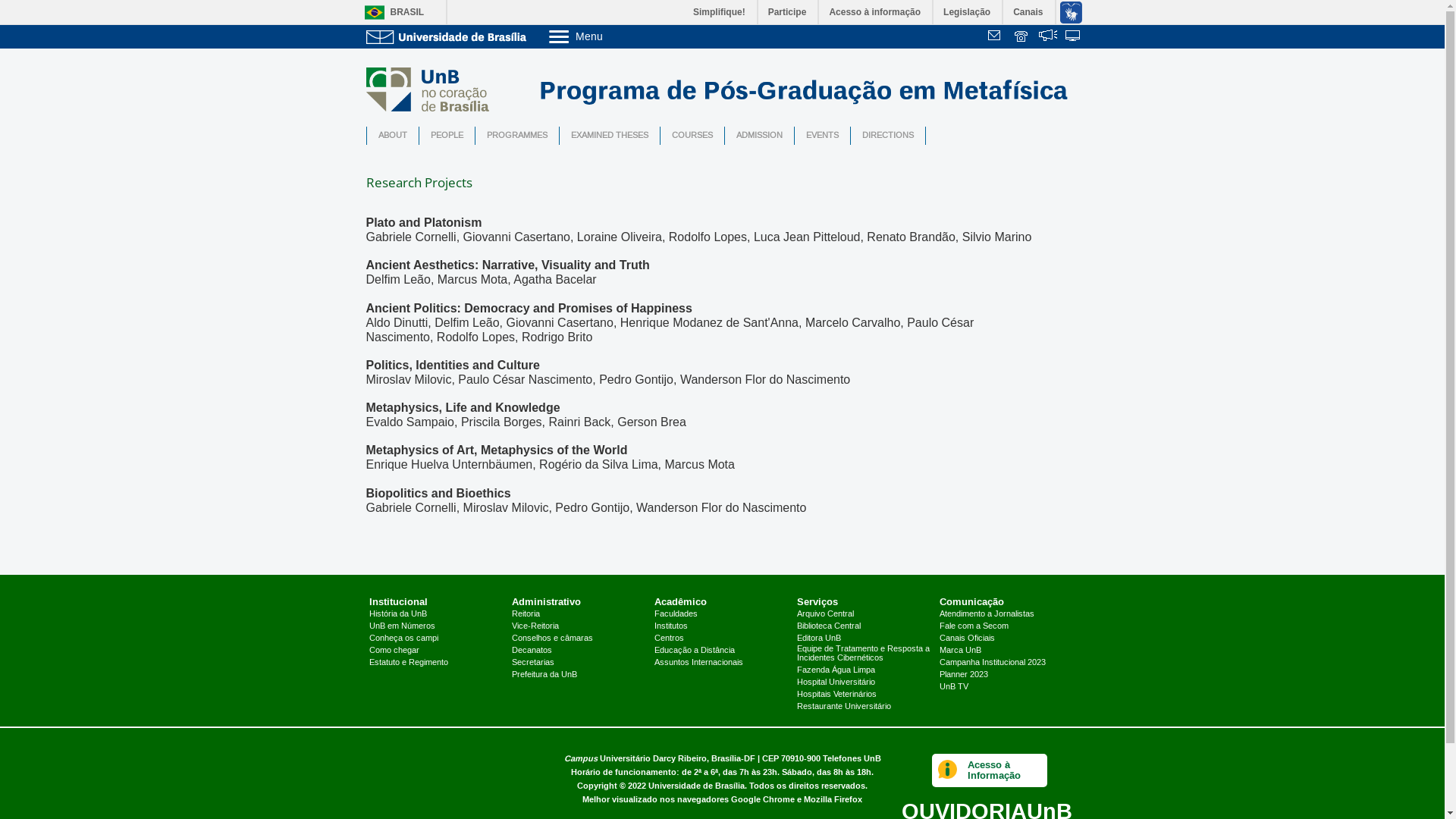  I want to click on 'Reitoria', so click(526, 614).